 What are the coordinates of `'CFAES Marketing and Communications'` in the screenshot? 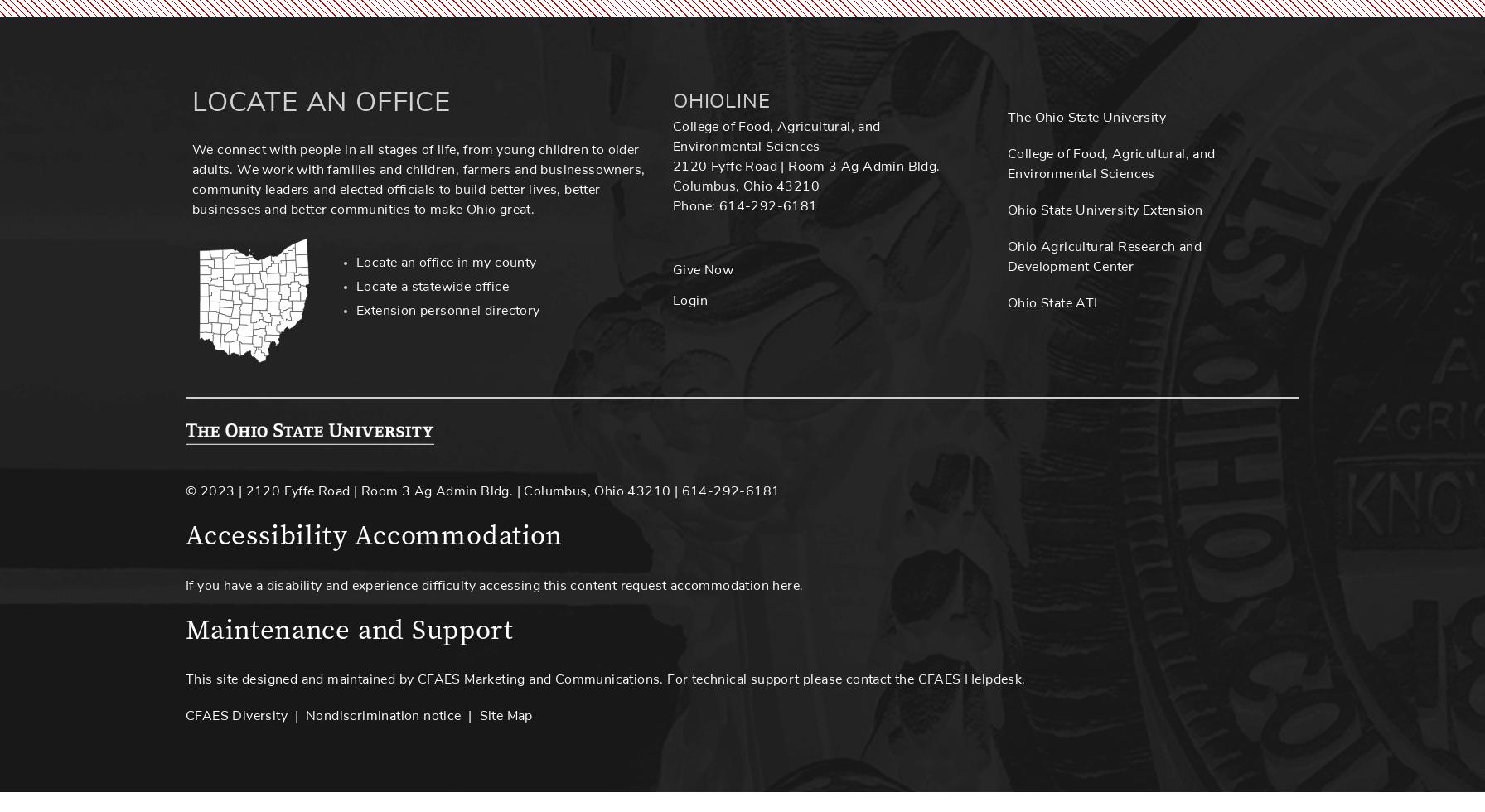 It's located at (538, 679).